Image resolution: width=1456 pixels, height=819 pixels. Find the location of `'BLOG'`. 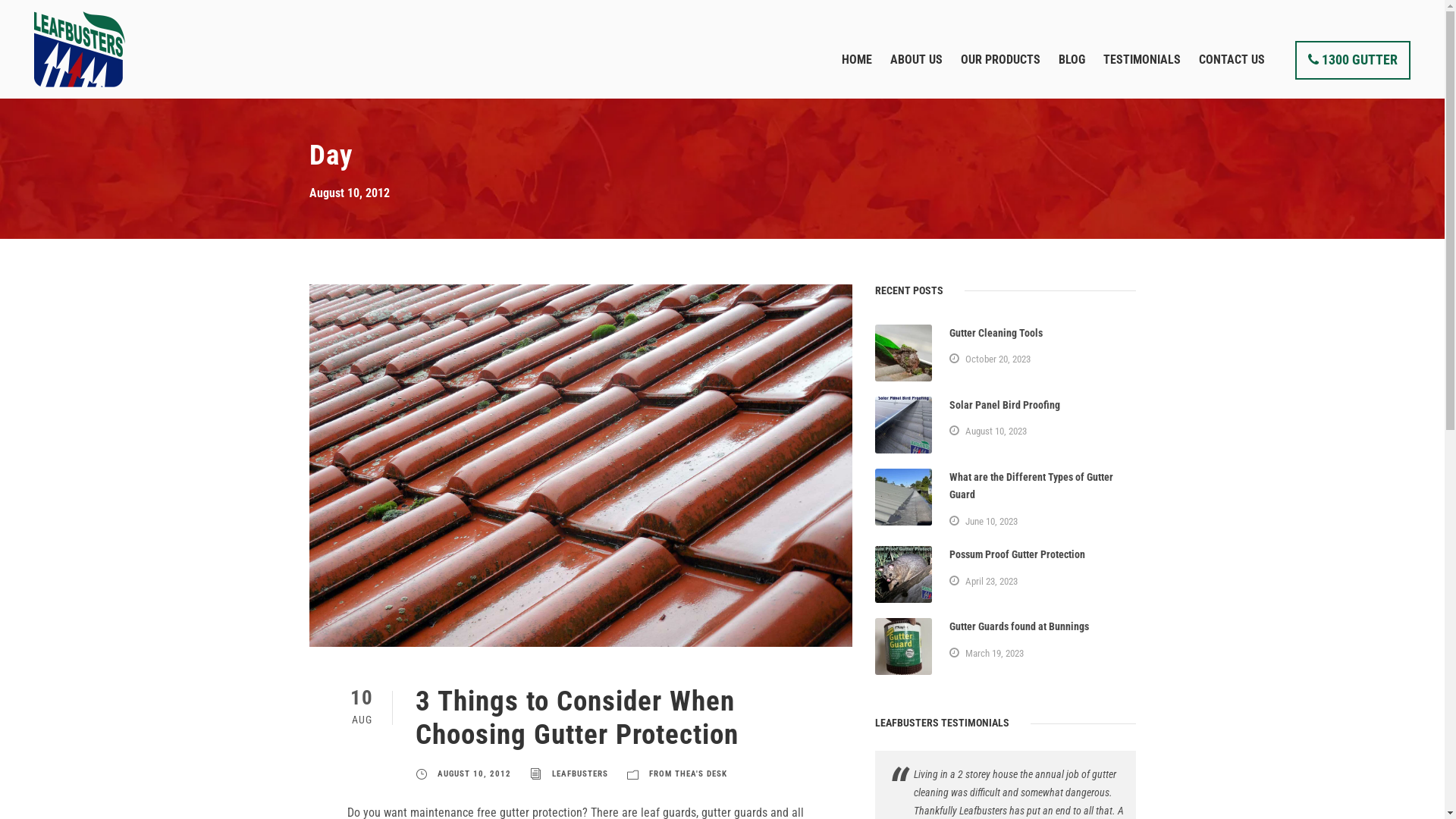

'BLOG' is located at coordinates (1071, 74).